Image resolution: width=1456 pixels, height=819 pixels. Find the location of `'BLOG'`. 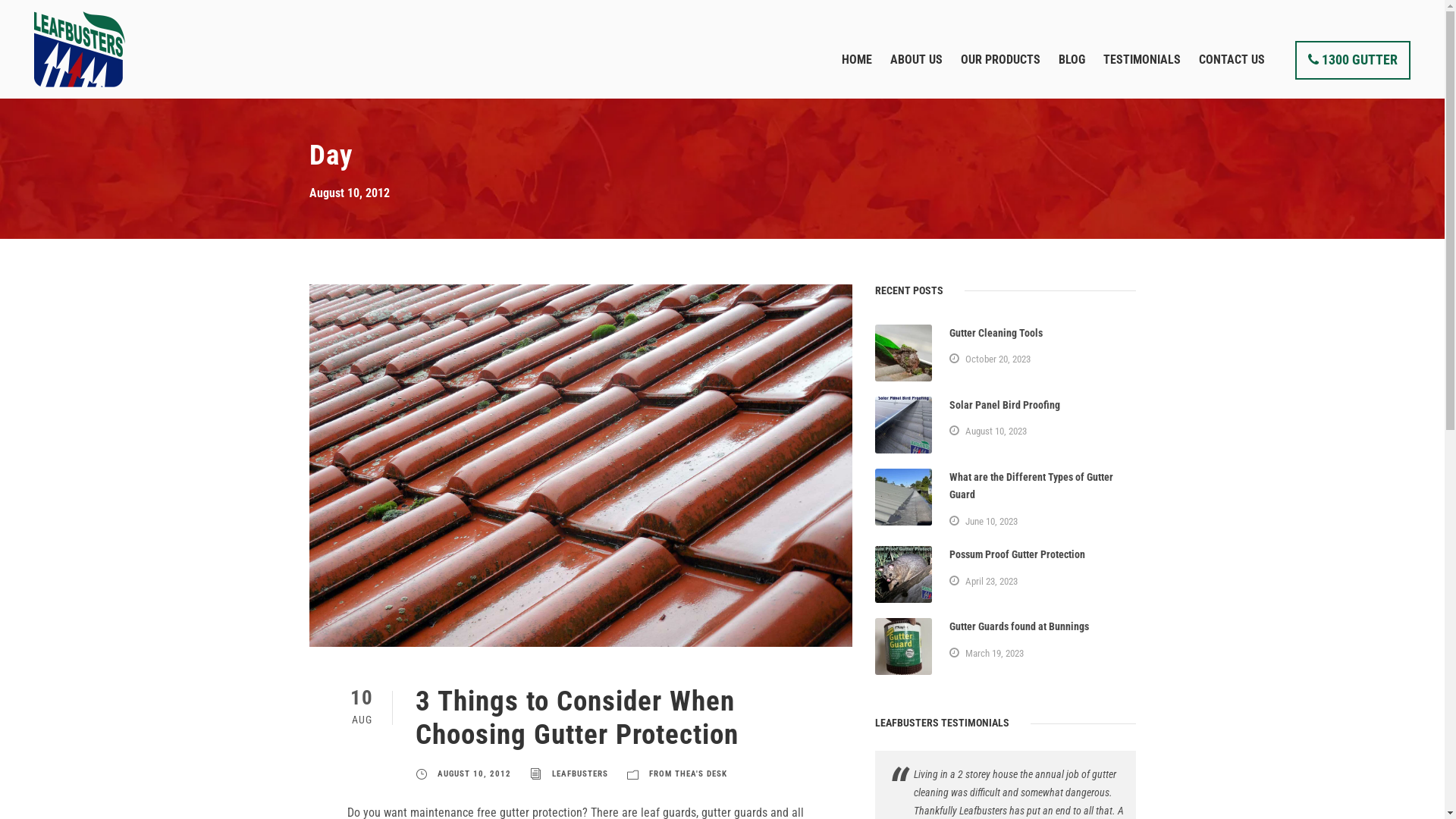

'BLOG' is located at coordinates (1071, 74).